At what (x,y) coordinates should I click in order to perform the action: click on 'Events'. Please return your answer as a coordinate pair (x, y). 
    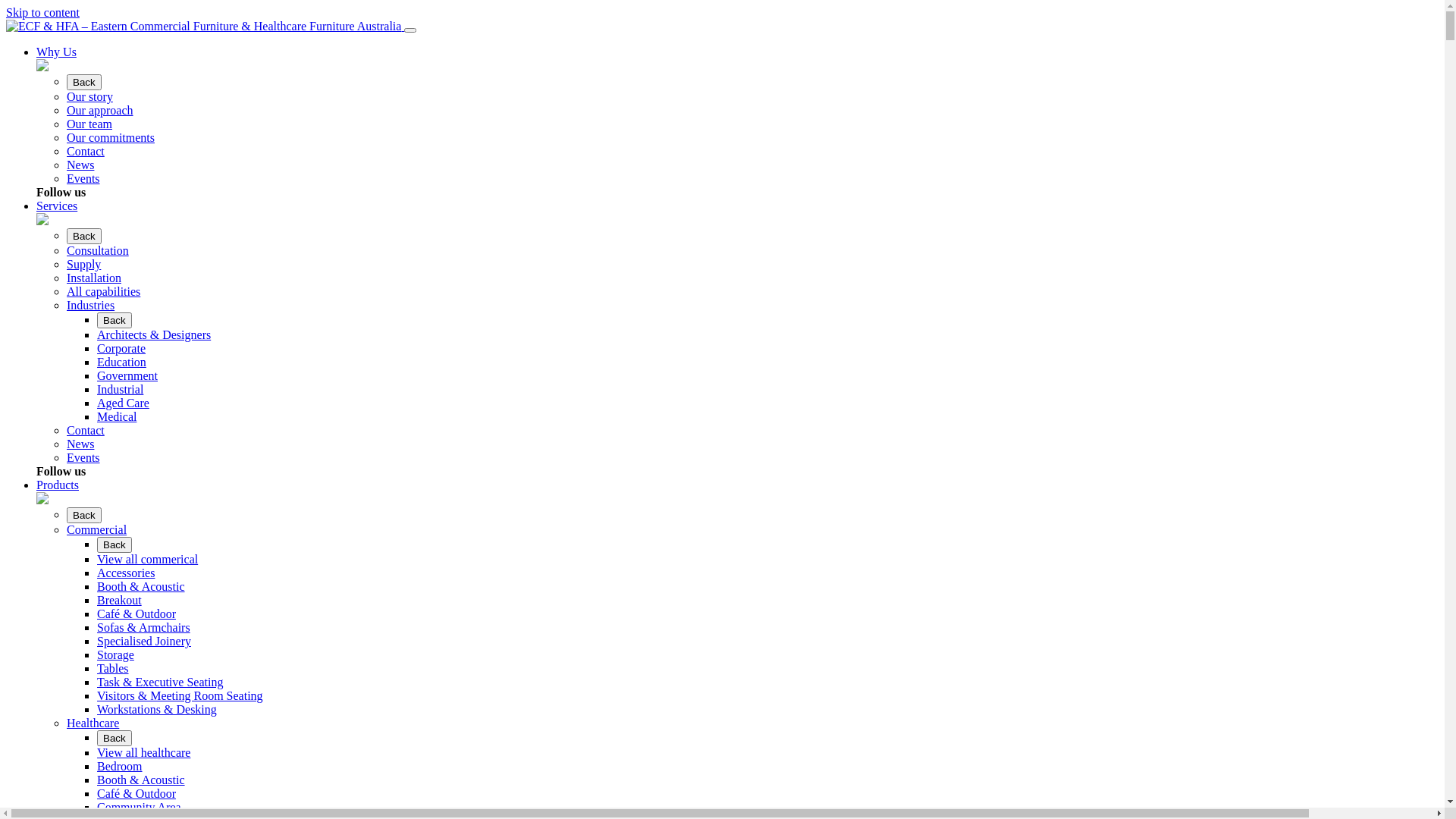
    Looking at the image, I should click on (83, 457).